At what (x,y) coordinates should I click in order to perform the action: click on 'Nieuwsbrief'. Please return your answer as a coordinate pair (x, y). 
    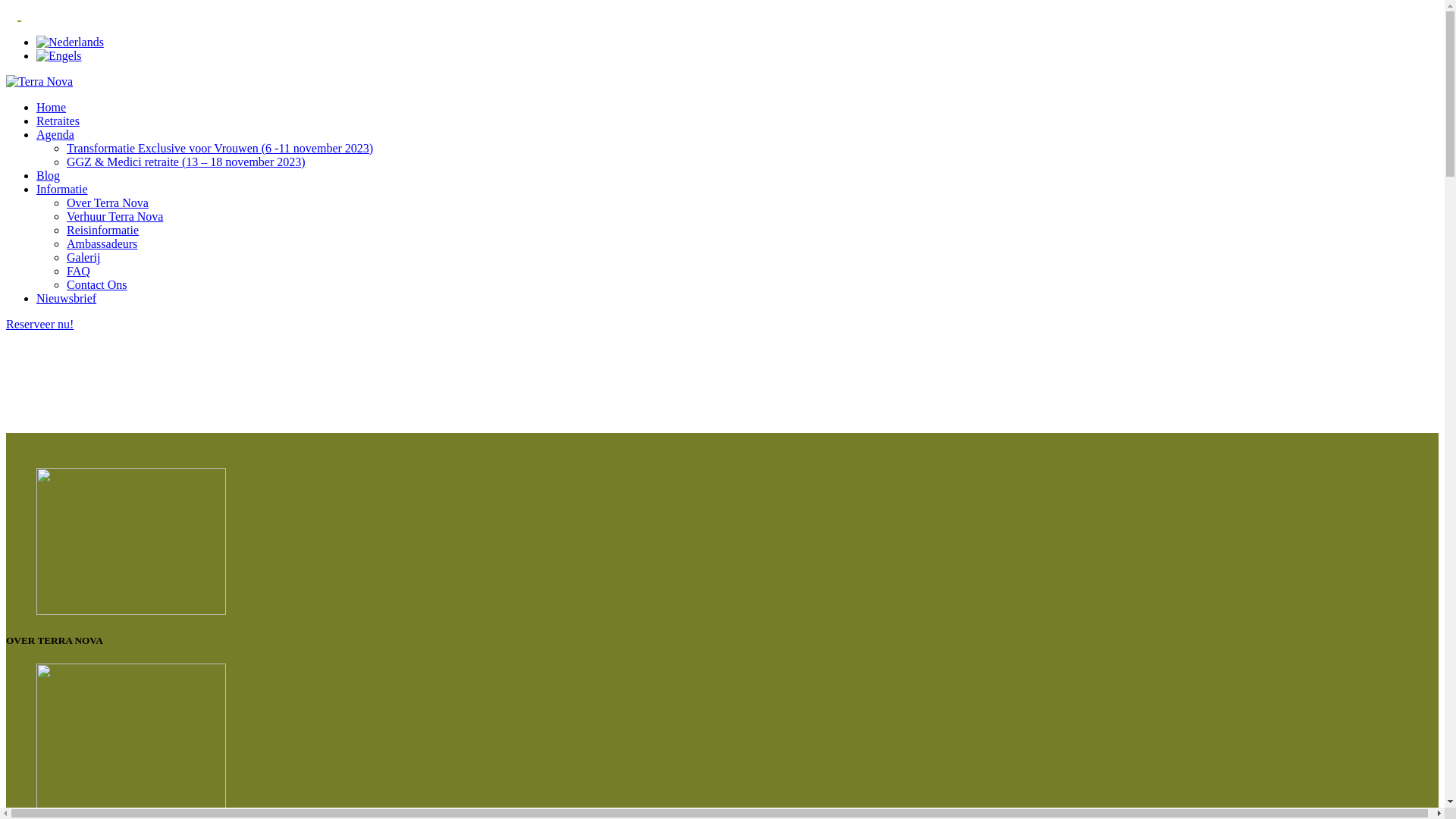
    Looking at the image, I should click on (65, 298).